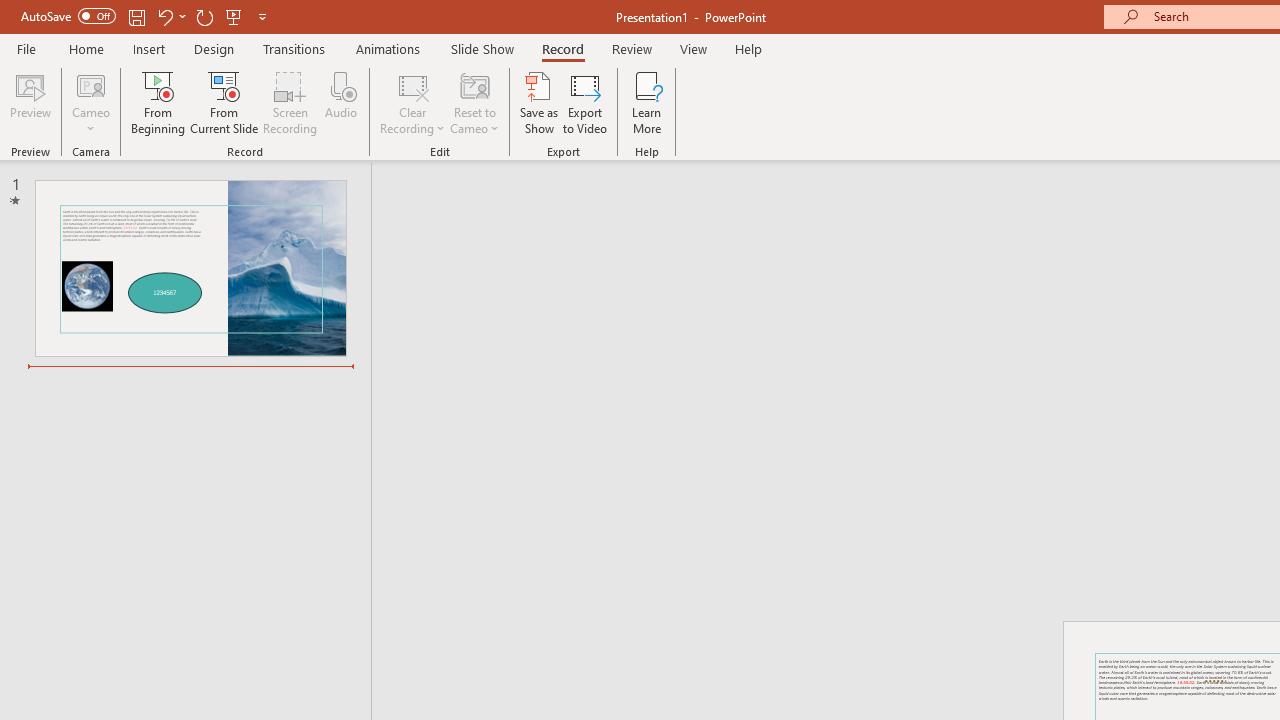 Image resolution: width=1280 pixels, height=720 pixels. What do you see at coordinates (693, 48) in the screenshot?
I see `'View'` at bounding box center [693, 48].